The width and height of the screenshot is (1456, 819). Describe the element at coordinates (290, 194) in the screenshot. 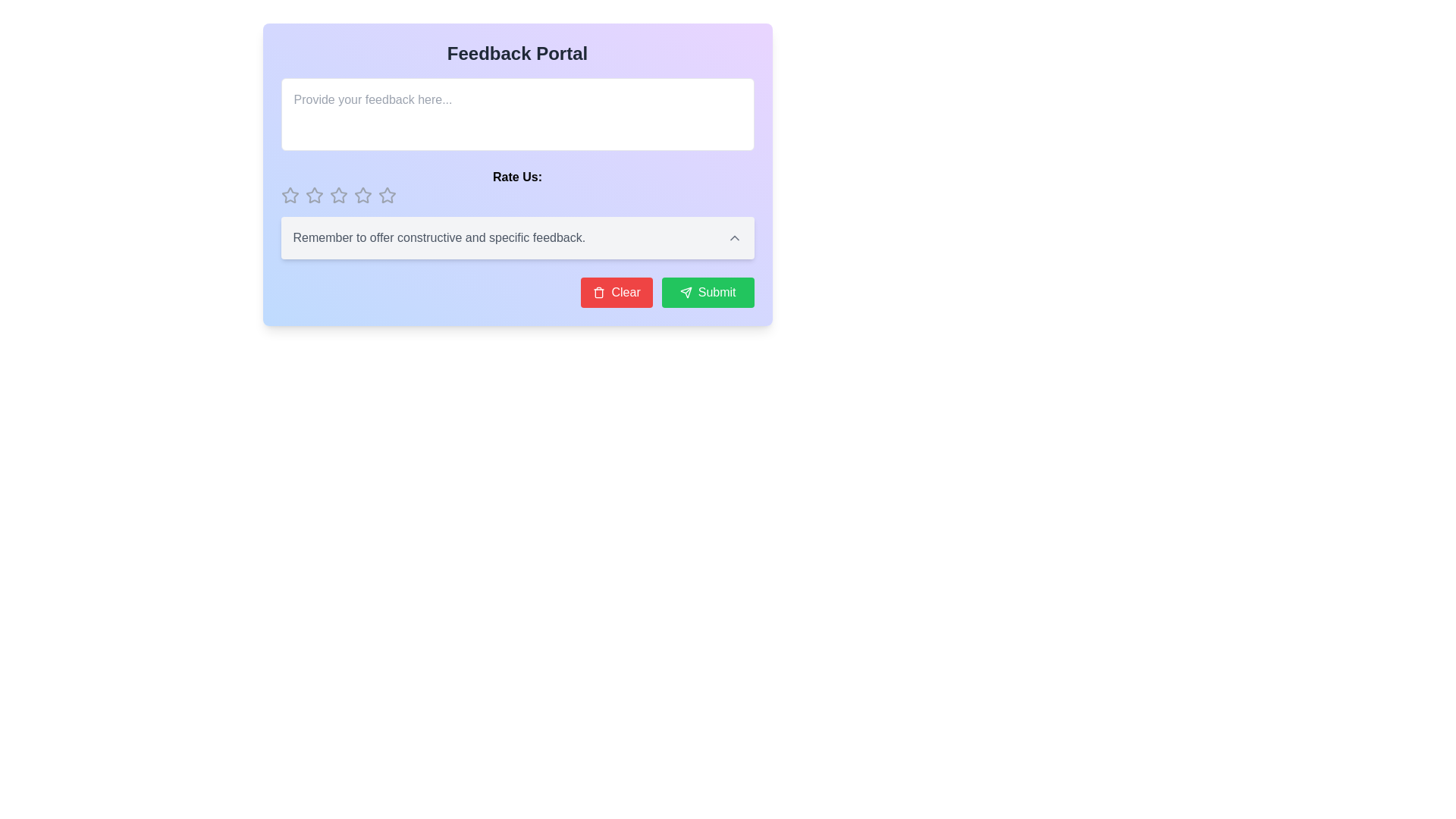

I see `the first star-shaped rating icon with a hollow interior and gray outline, located below the 'Rate Us:' label` at that location.